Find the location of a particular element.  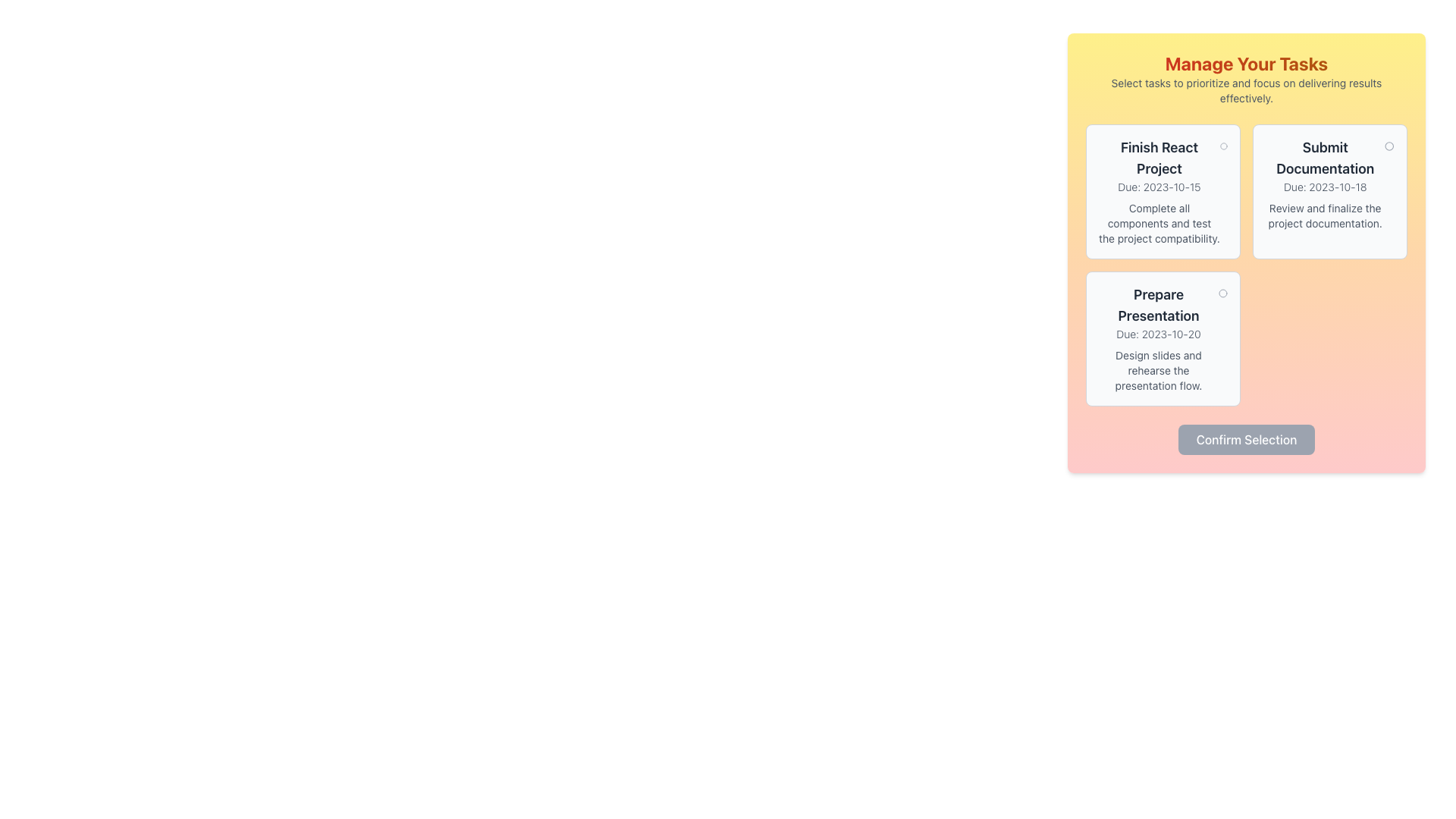

the 'Submit Documentation' text block, which is a two-line text component in a larger, bold font style with dark gray color, located in the upper-middle section of a light gray box, to highlight the associated task is located at coordinates (1324, 158).